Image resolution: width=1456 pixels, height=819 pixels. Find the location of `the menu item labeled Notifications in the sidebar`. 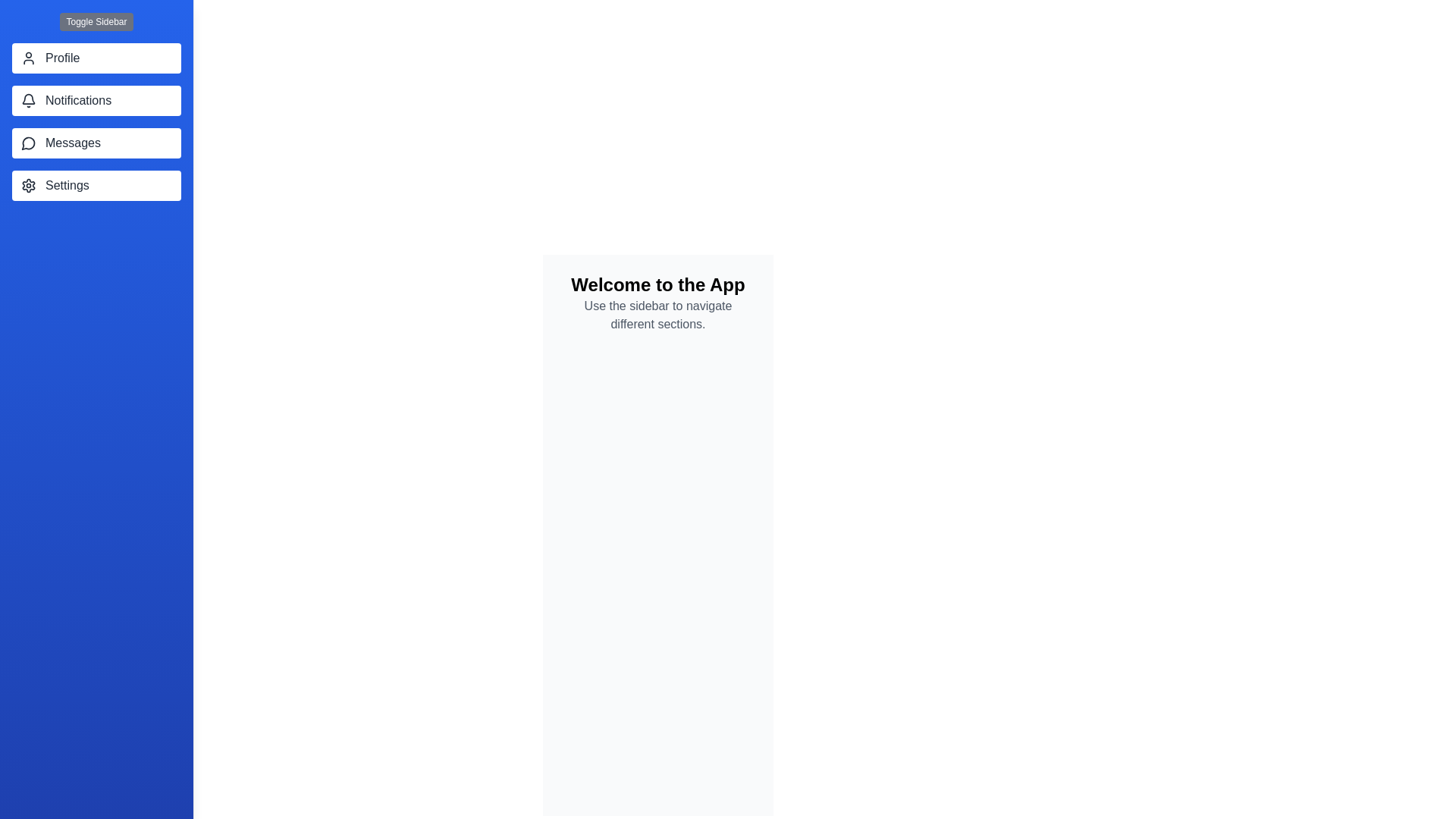

the menu item labeled Notifications in the sidebar is located at coordinates (96, 100).